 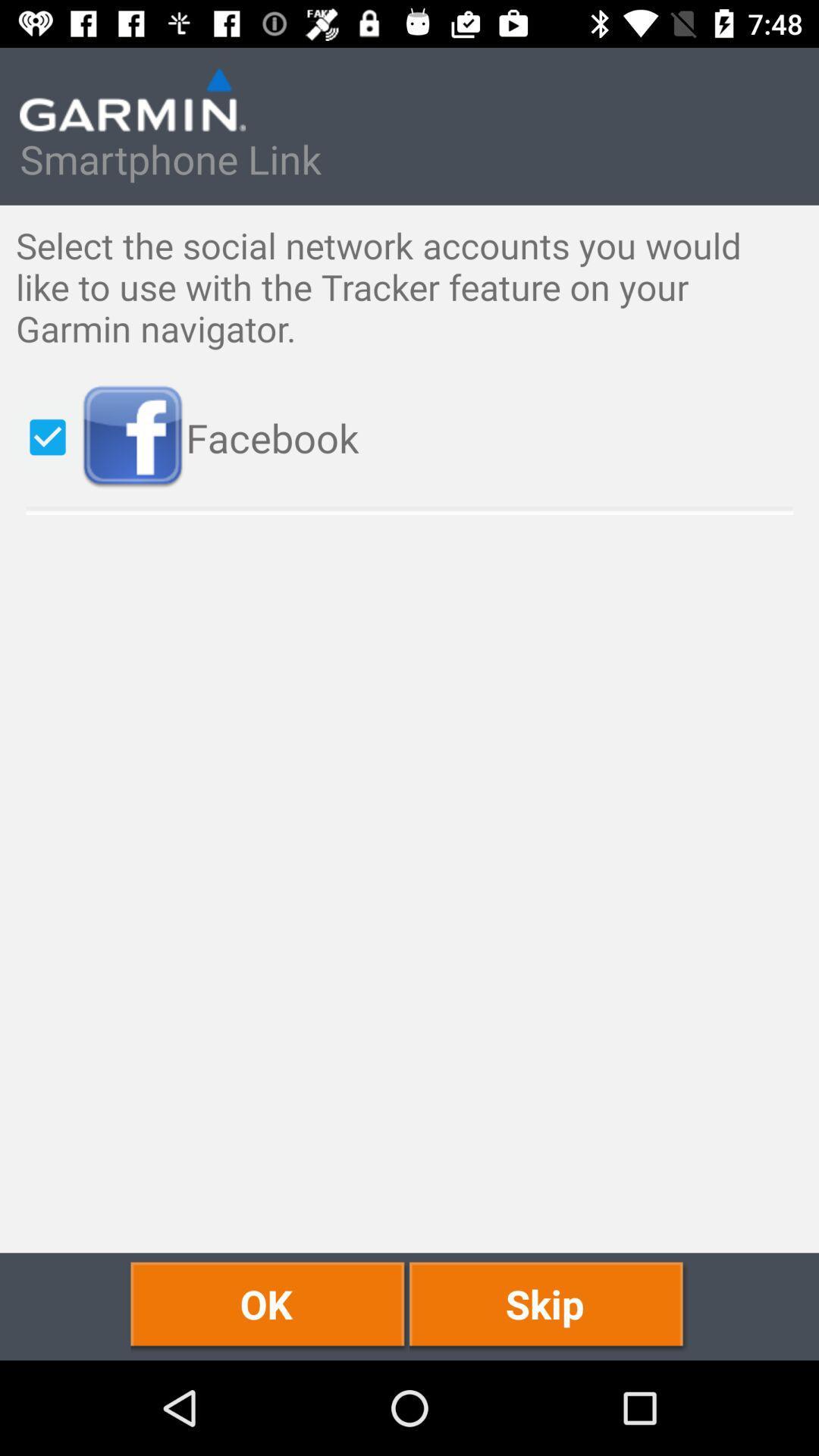 I want to click on the icon next to the skip, so click(x=269, y=1306).